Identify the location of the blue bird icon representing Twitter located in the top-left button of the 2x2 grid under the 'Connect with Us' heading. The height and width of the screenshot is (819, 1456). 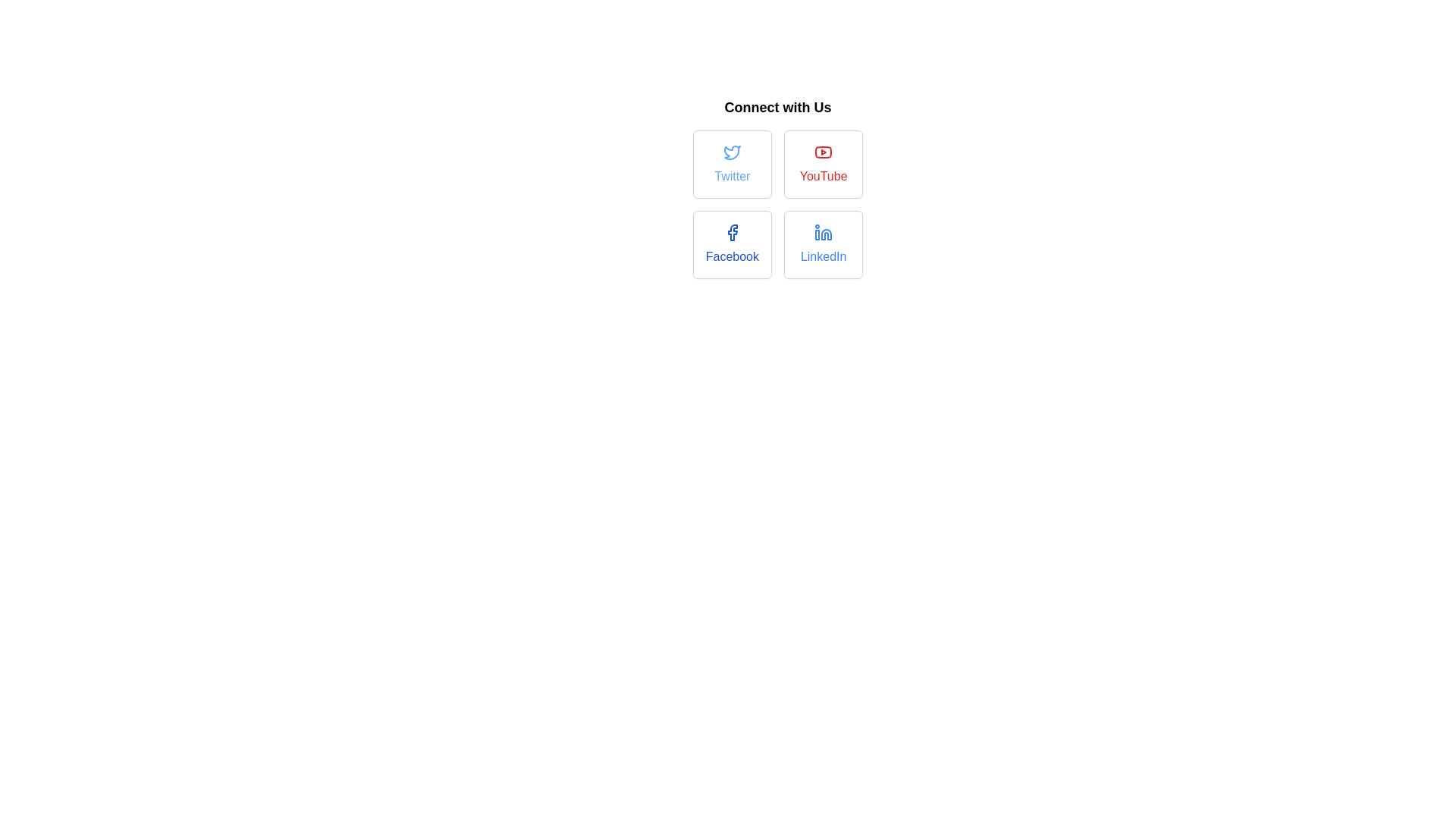
(732, 152).